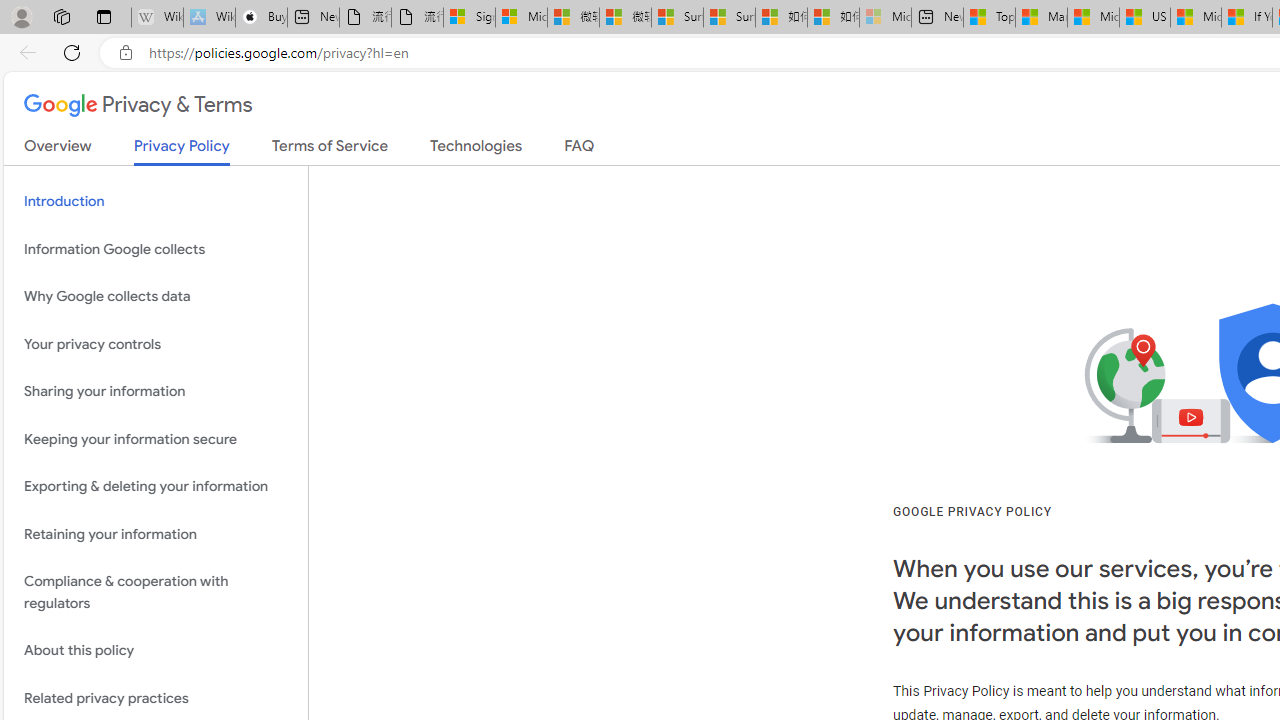 This screenshot has width=1280, height=720. Describe the element at coordinates (155, 392) in the screenshot. I see `'Sharing your information'` at that location.